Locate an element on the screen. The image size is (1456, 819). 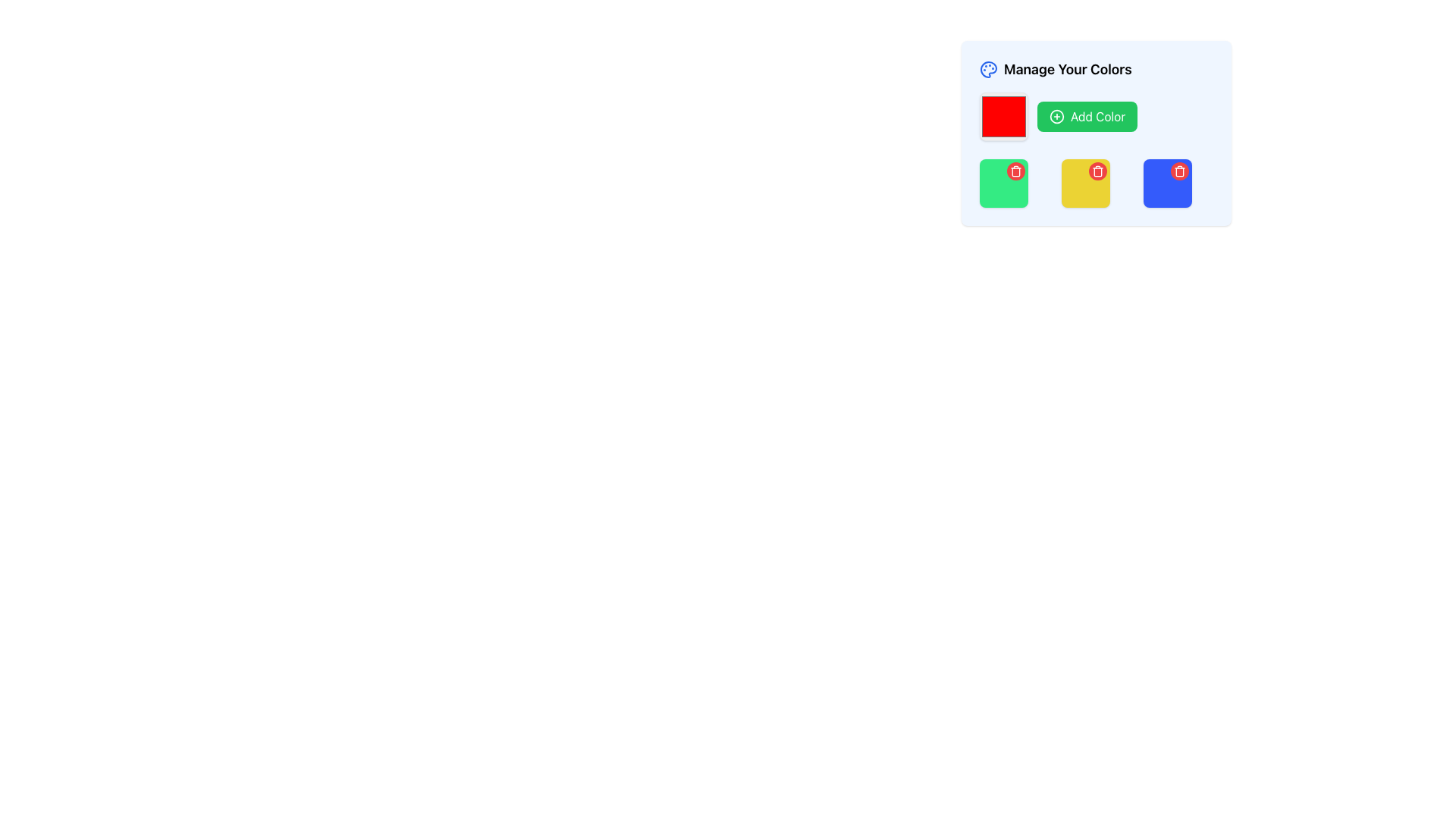
the icon representing the action to add a color, which is located inside the 'Add Color' button, to the left of the label text and centered vertically within the button is located at coordinates (1056, 116).